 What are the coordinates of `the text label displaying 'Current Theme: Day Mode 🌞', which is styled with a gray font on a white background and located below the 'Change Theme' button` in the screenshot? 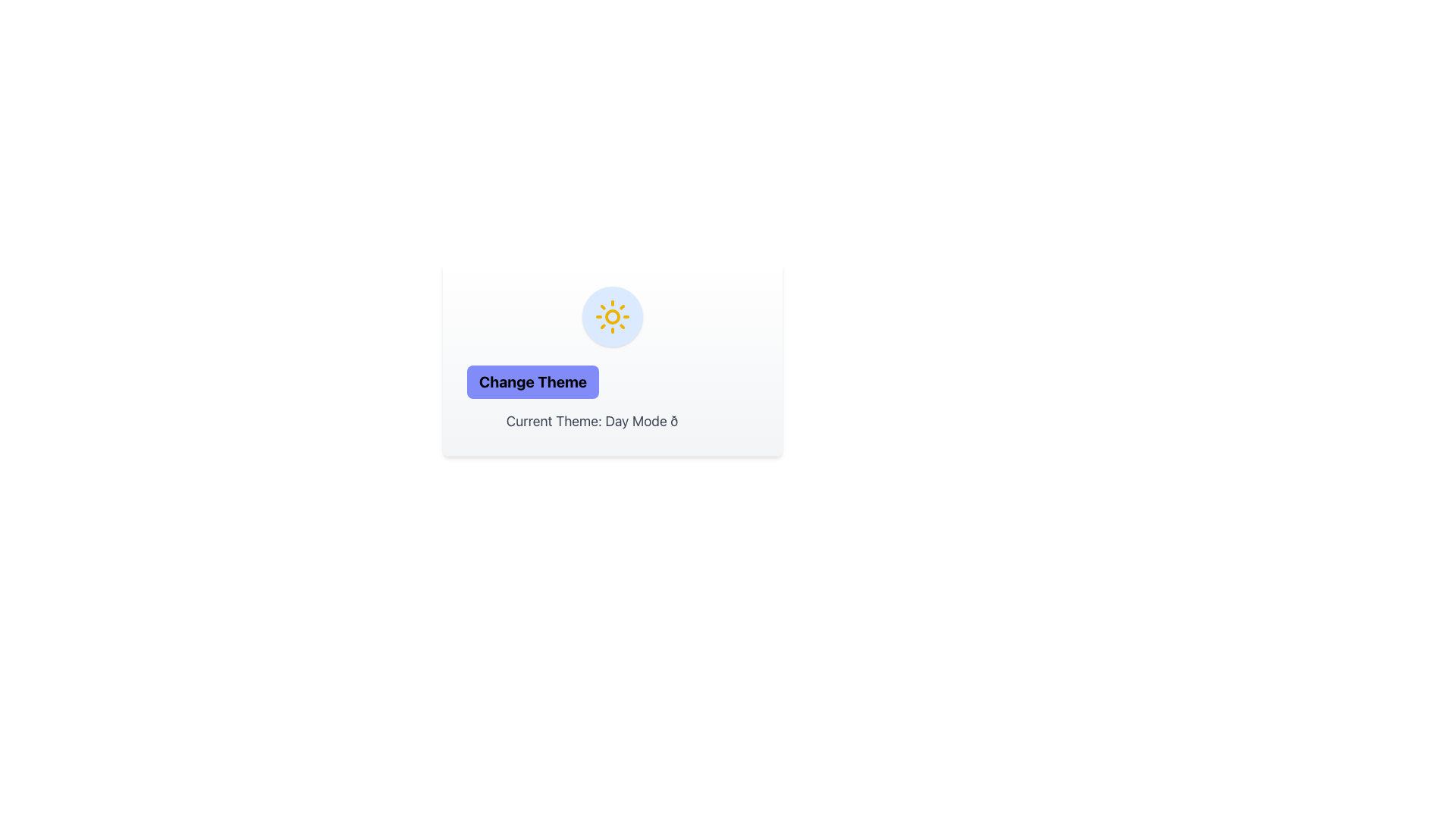 It's located at (612, 421).